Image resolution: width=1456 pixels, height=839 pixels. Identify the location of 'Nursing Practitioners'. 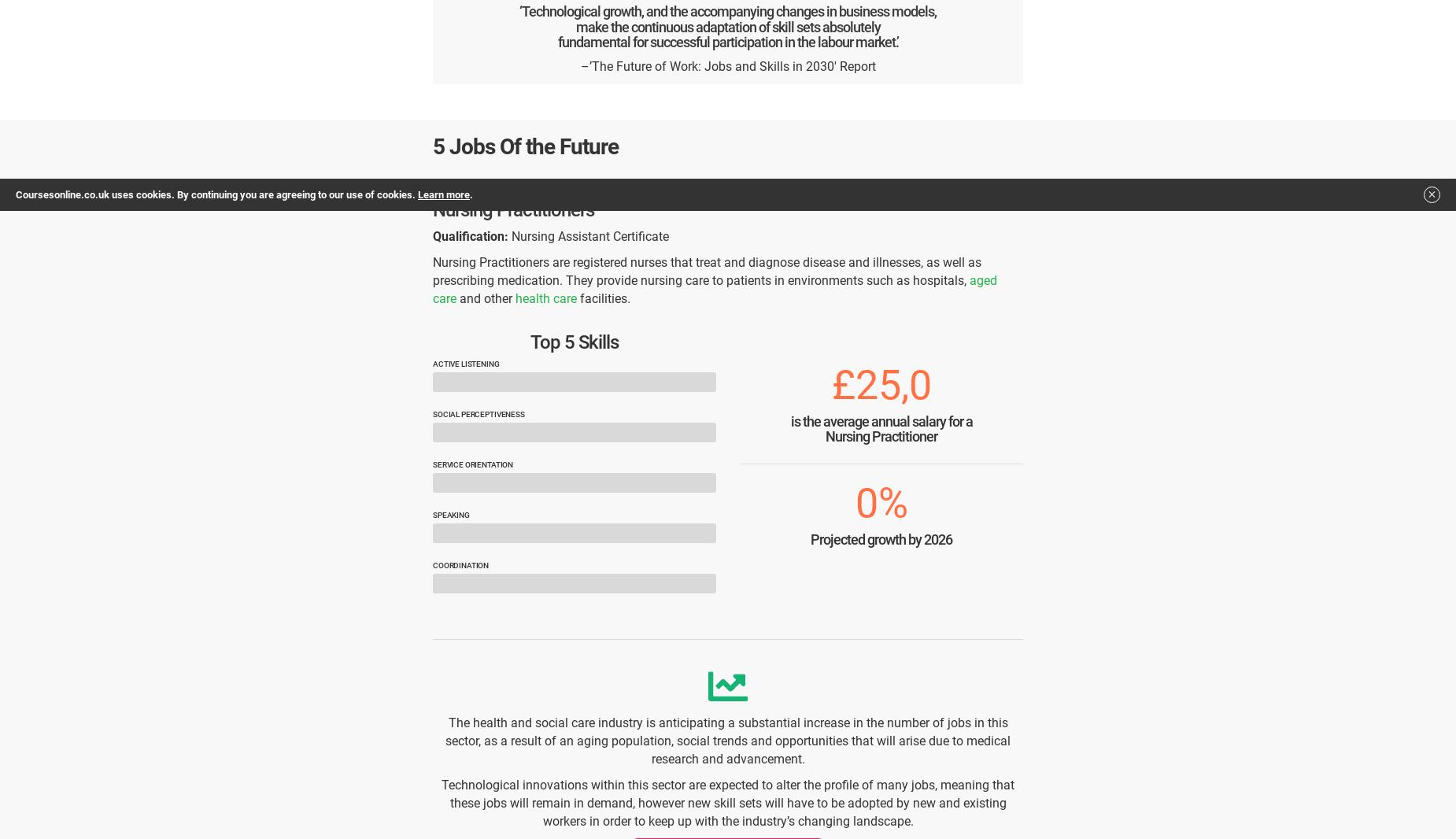
(433, 208).